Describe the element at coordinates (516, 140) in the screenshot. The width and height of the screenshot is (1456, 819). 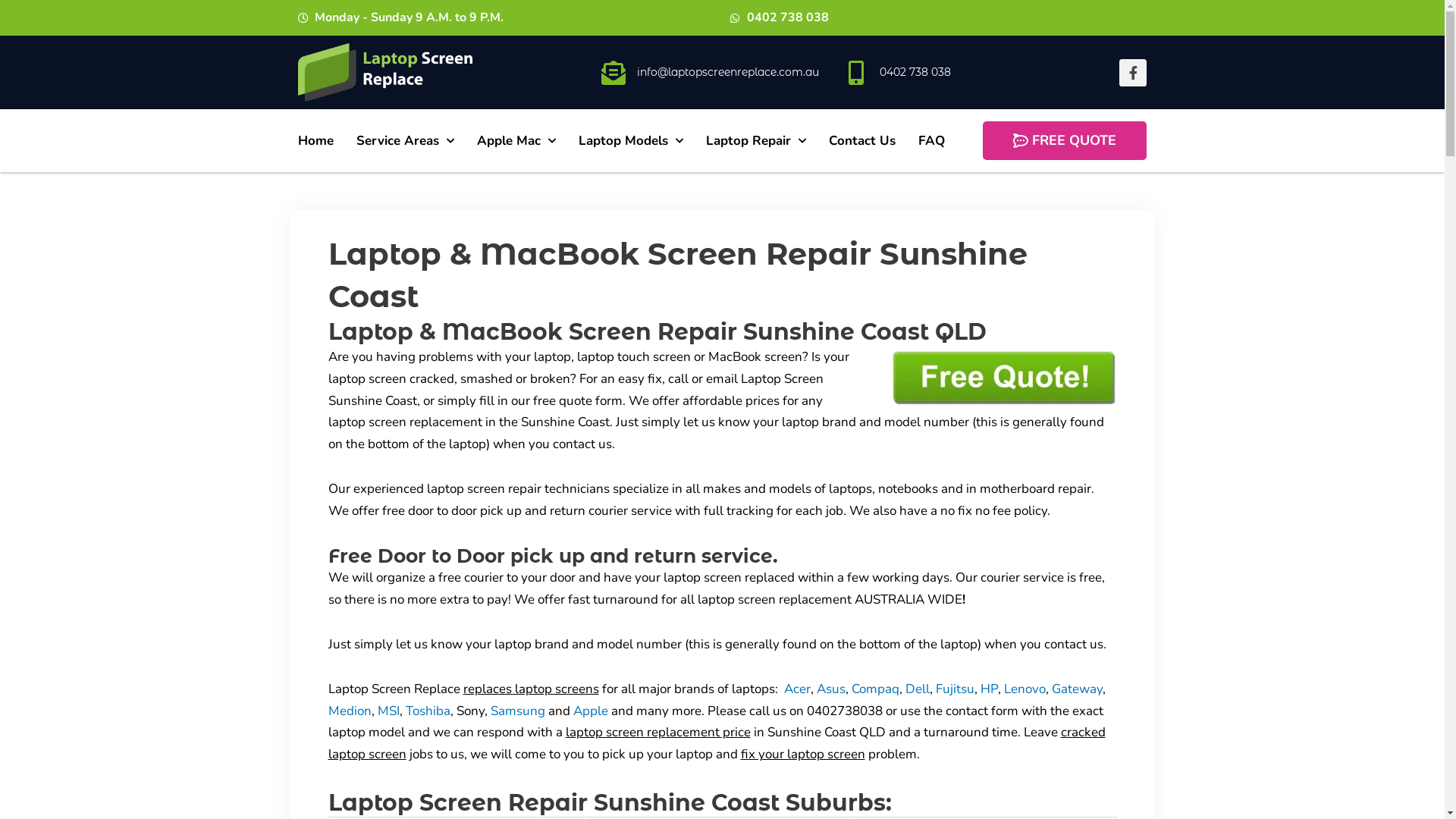
I see `'Apple Mac'` at that location.